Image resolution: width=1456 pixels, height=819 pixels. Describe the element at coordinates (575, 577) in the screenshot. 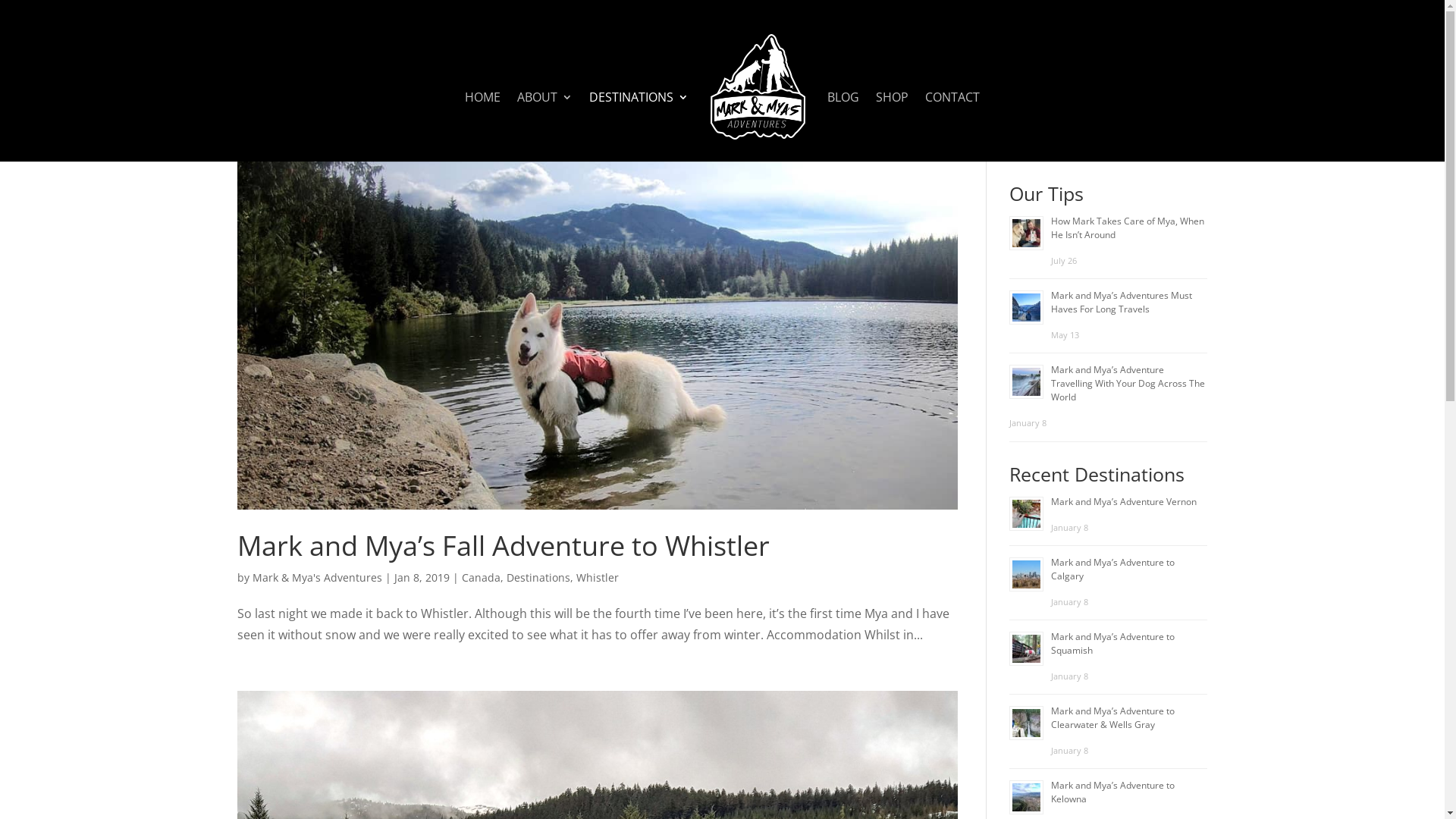

I see `'Whistler'` at that location.